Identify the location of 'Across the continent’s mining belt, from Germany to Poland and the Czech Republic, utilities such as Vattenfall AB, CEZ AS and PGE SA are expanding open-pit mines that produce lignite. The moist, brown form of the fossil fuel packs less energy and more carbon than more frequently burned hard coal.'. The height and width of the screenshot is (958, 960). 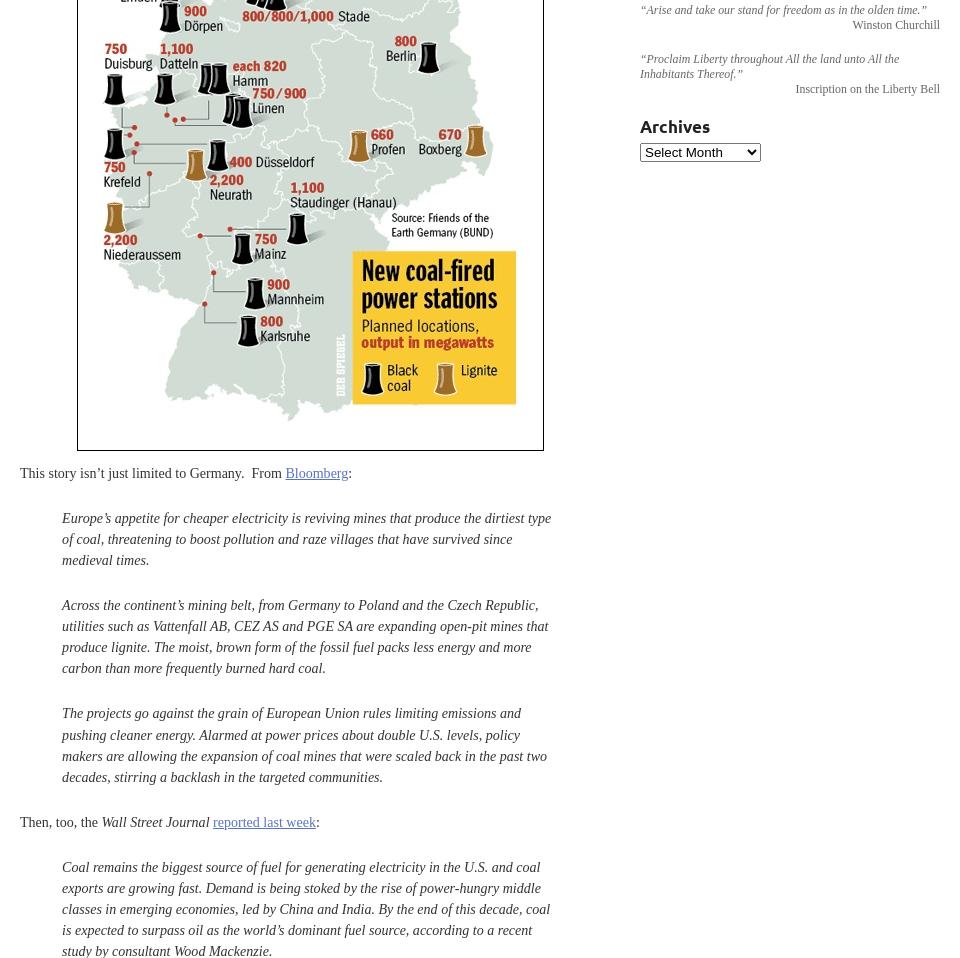
(62, 636).